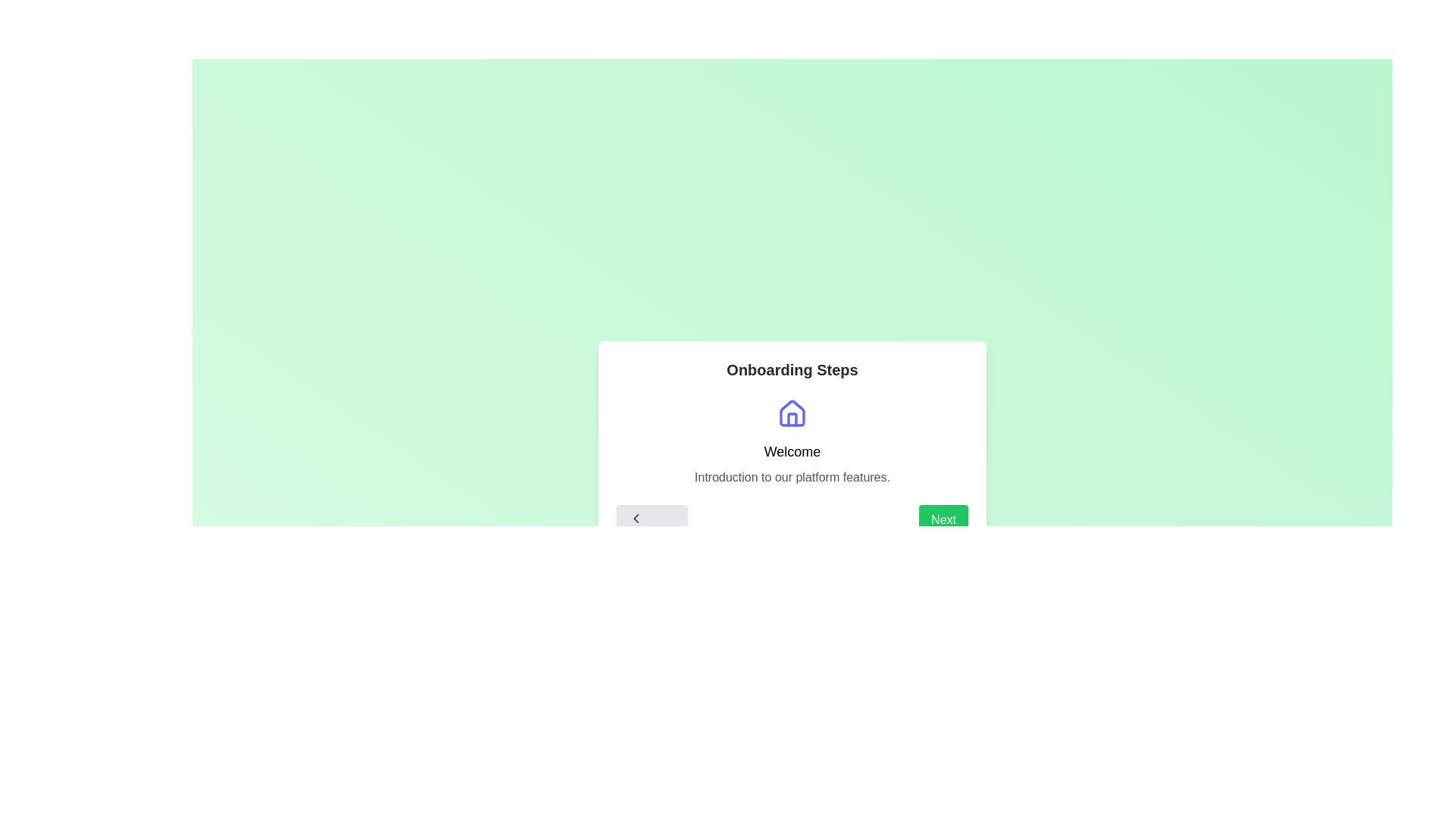 Image resolution: width=1456 pixels, height=819 pixels. Describe the element at coordinates (636, 517) in the screenshot. I see `the left-facing chevron arrow icon within the 'Previous' button` at that location.